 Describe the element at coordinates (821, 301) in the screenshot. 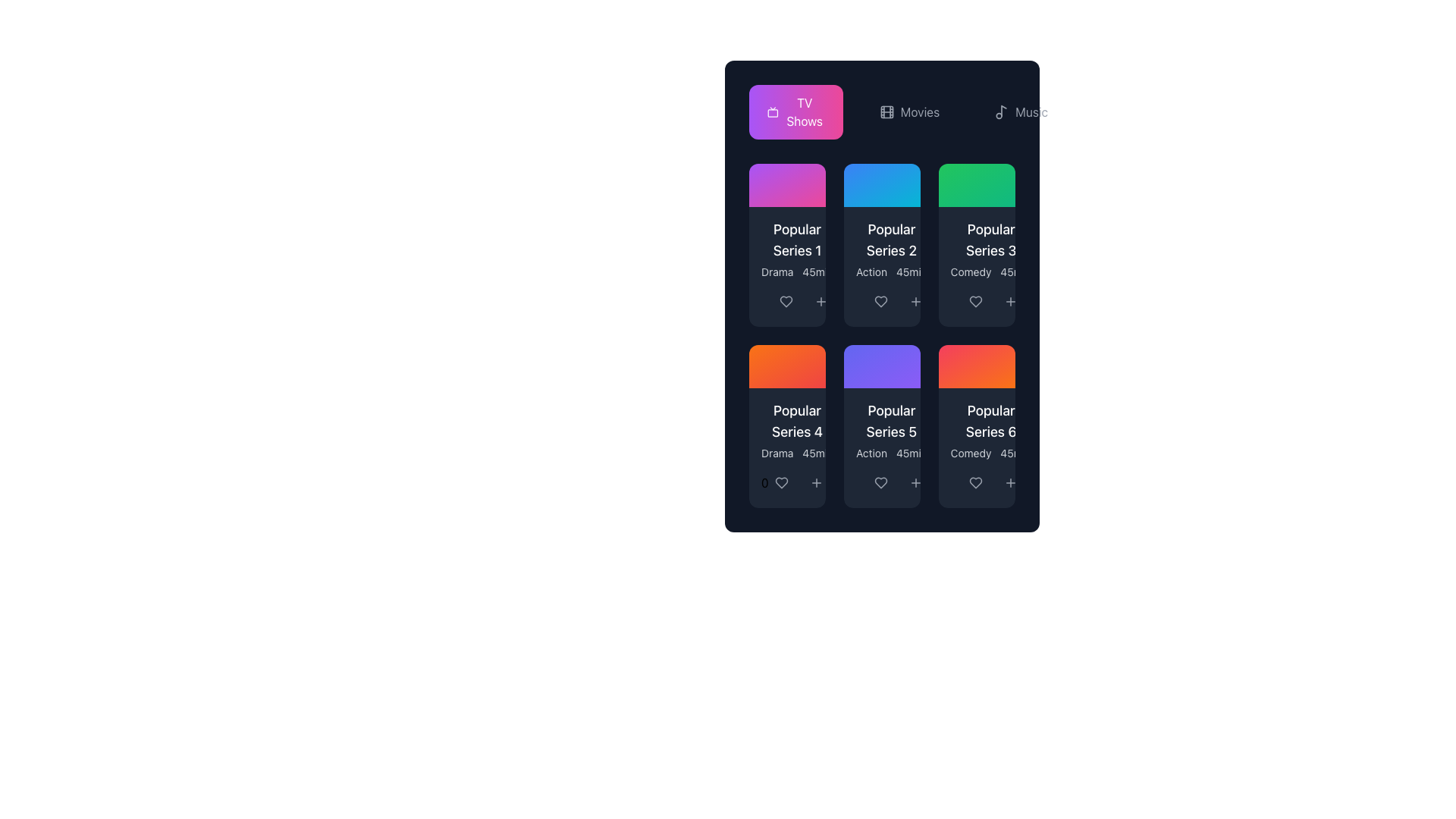

I see `the addition button located to the right of the heart icon in the bottom section of the card labeled 'Popular Series 2' for keyboard navigation` at that location.